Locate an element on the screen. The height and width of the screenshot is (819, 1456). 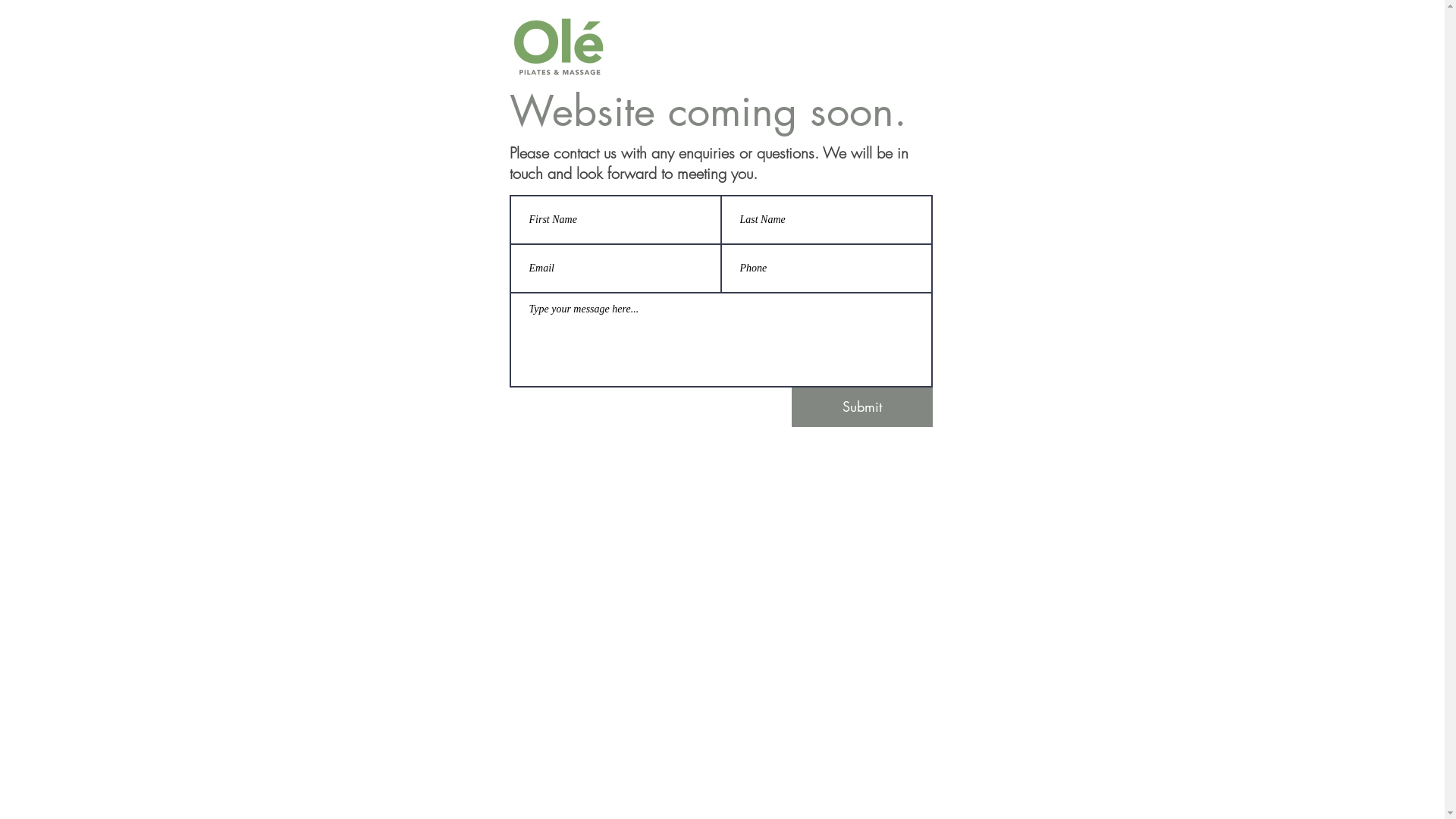
'Submit' is located at coordinates (862, 406).